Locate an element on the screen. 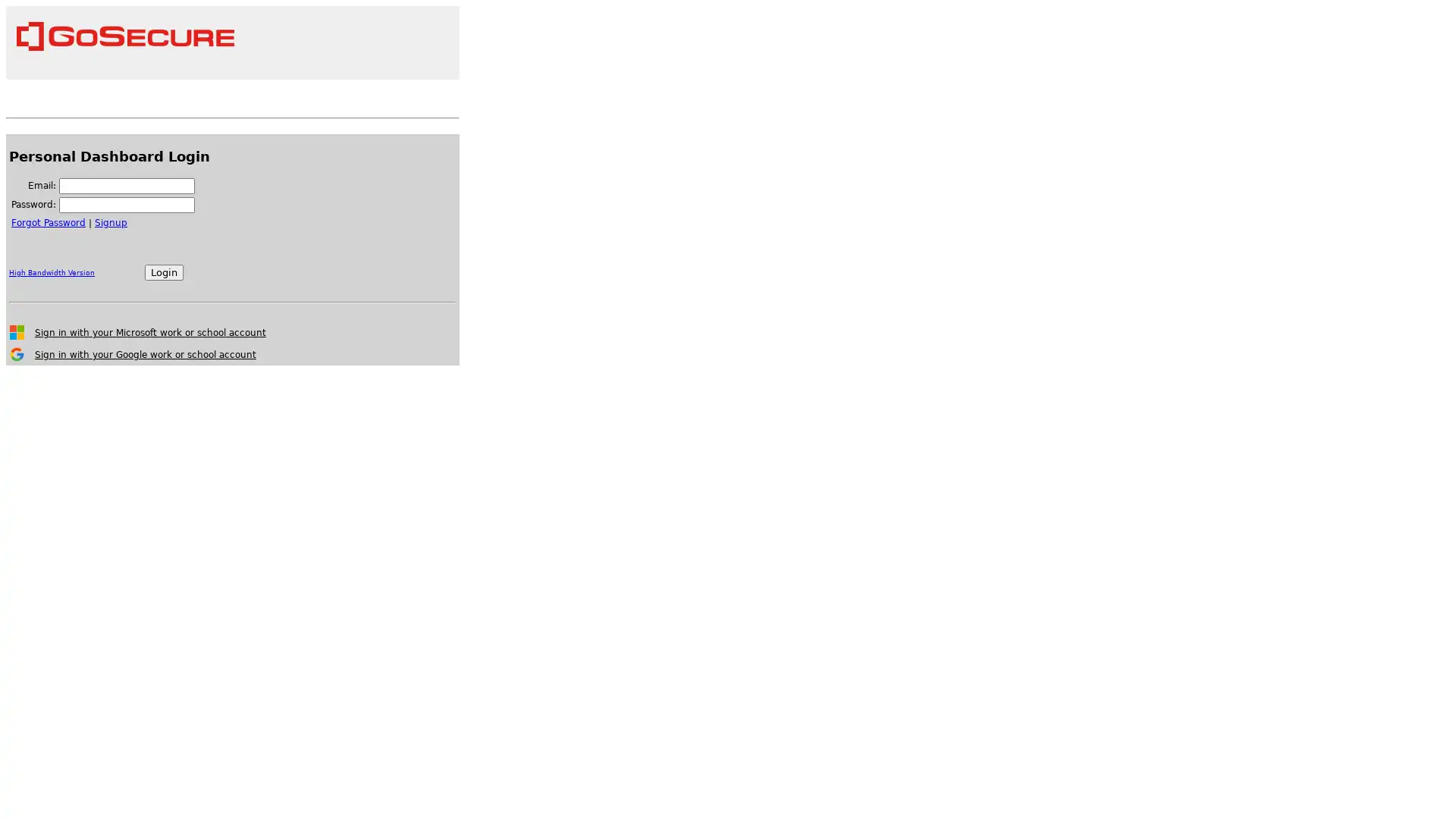 This screenshot has height=819, width=1456. Login is located at coordinates (164, 271).